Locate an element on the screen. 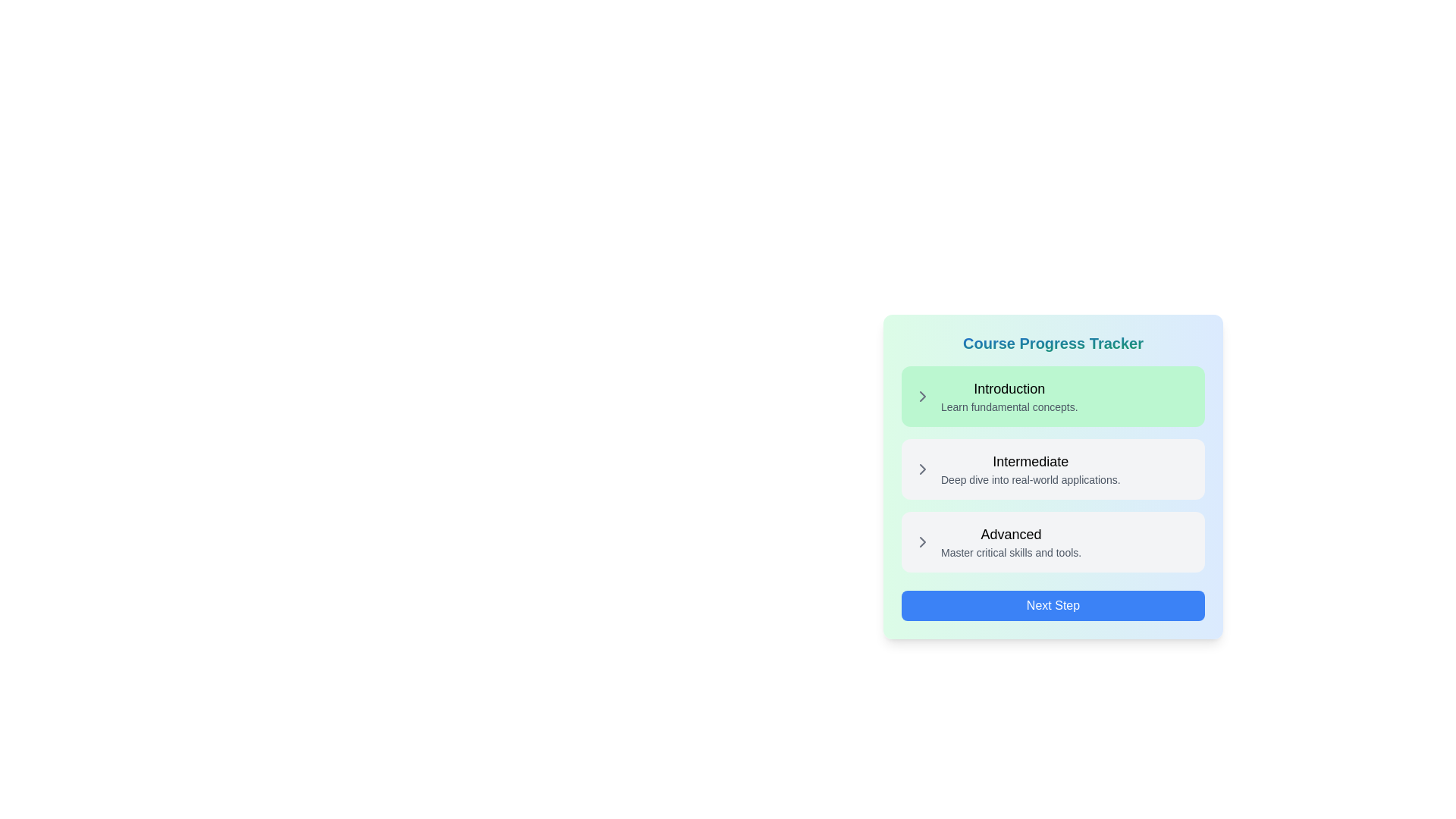 The width and height of the screenshot is (1456, 819). text 'Deep dive into real-world applications.' located in the 'Intermediate' section of the 'Course Progress Tracker' widget, positioned below the main title 'Intermediate' is located at coordinates (1031, 479).